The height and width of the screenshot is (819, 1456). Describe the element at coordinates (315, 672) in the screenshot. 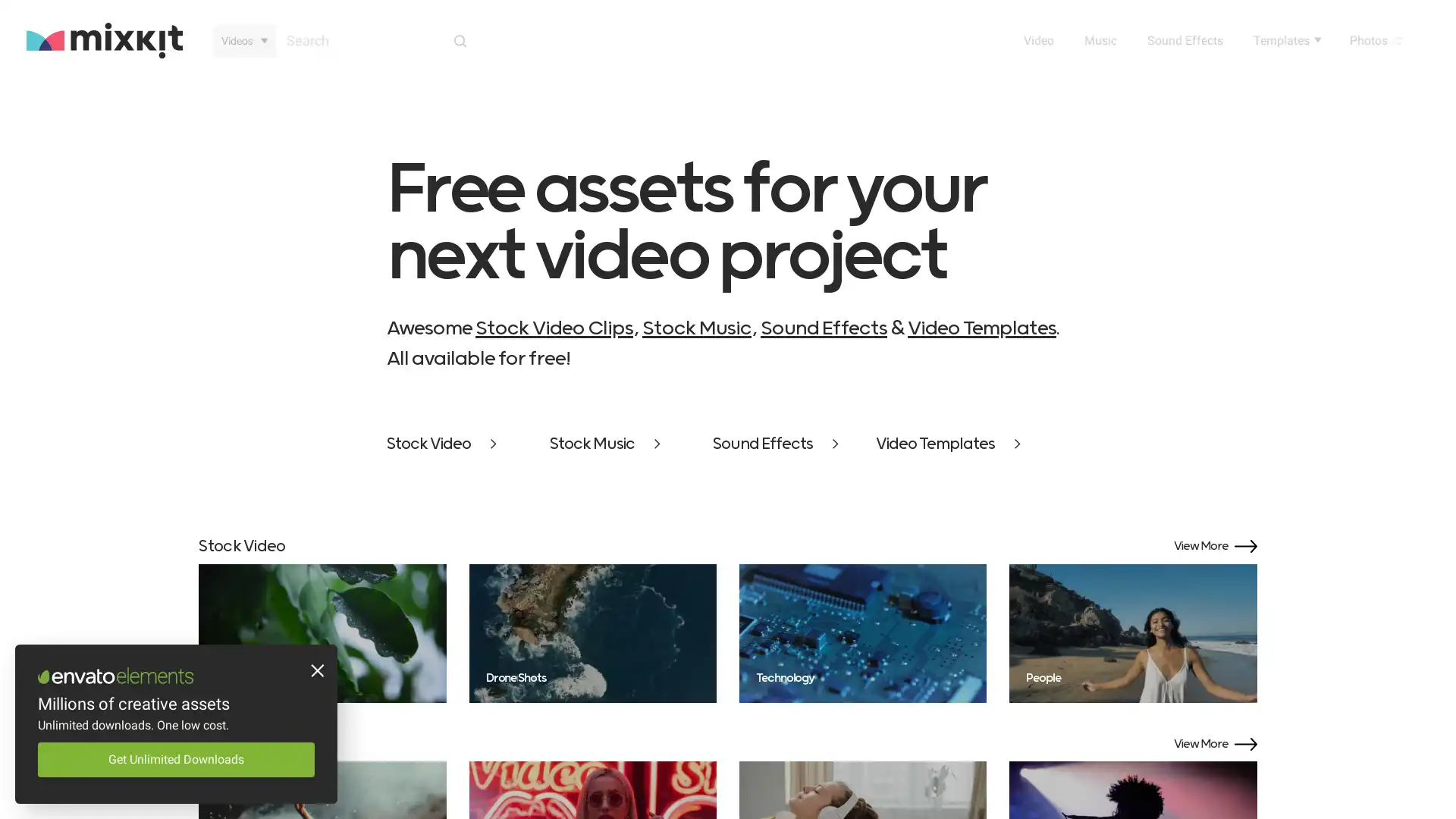

I see `Close` at that location.